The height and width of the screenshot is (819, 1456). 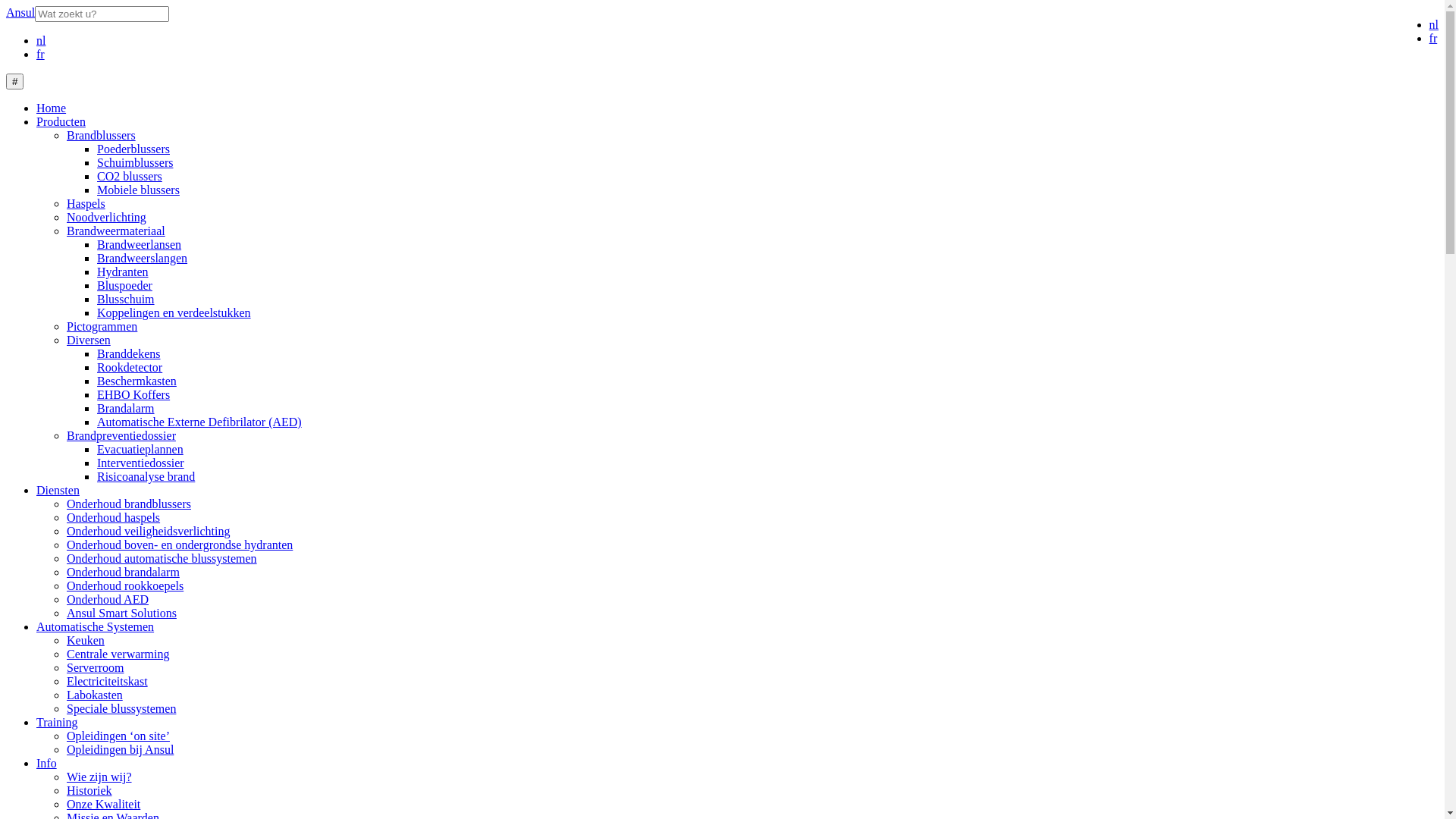 I want to click on 'Opleidingen bij Ansul', so click(x=119, y=748).